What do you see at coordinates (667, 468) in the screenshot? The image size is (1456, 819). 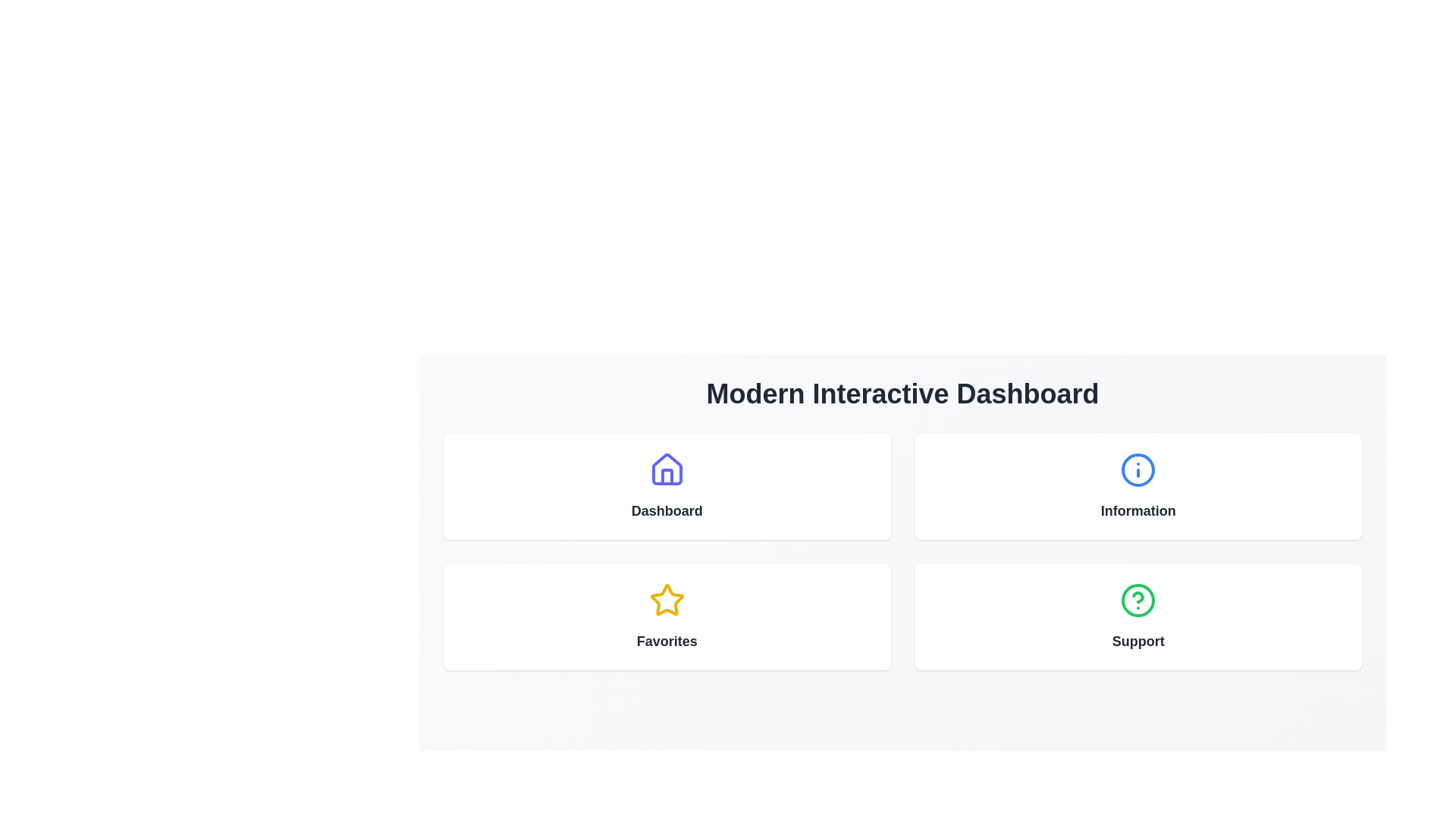 I see `the top-left house icon with a purple outline in the dashboard interface, which is labeled 'Dashboard'` at bounding box center [667, 468].